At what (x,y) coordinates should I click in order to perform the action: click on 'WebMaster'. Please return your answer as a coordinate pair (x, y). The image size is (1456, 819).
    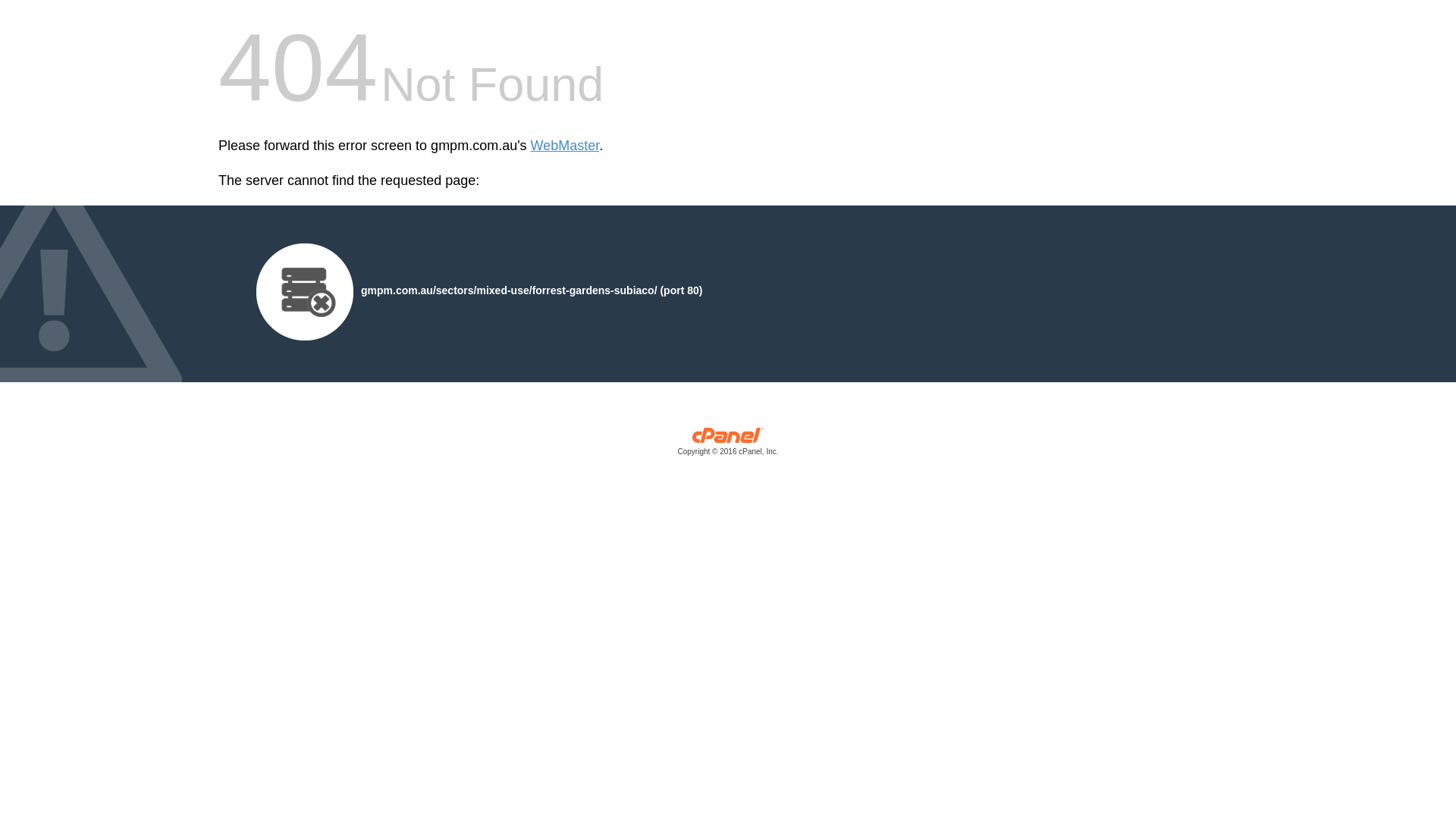
    Looking at the image, I should click on (564, 146).